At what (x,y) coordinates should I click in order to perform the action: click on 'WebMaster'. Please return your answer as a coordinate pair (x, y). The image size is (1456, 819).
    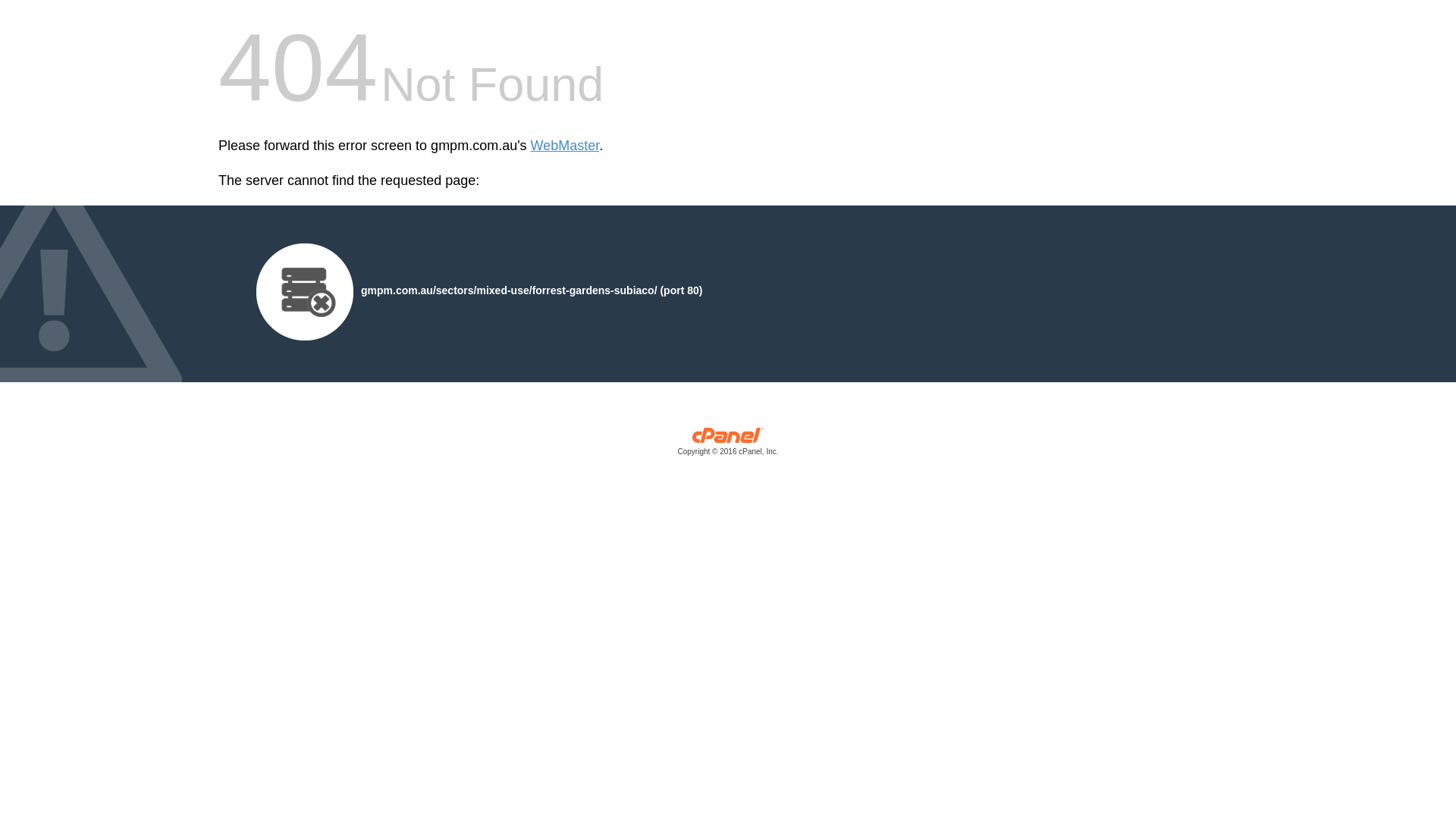
    Looking at the image, I should click on (564, 146).